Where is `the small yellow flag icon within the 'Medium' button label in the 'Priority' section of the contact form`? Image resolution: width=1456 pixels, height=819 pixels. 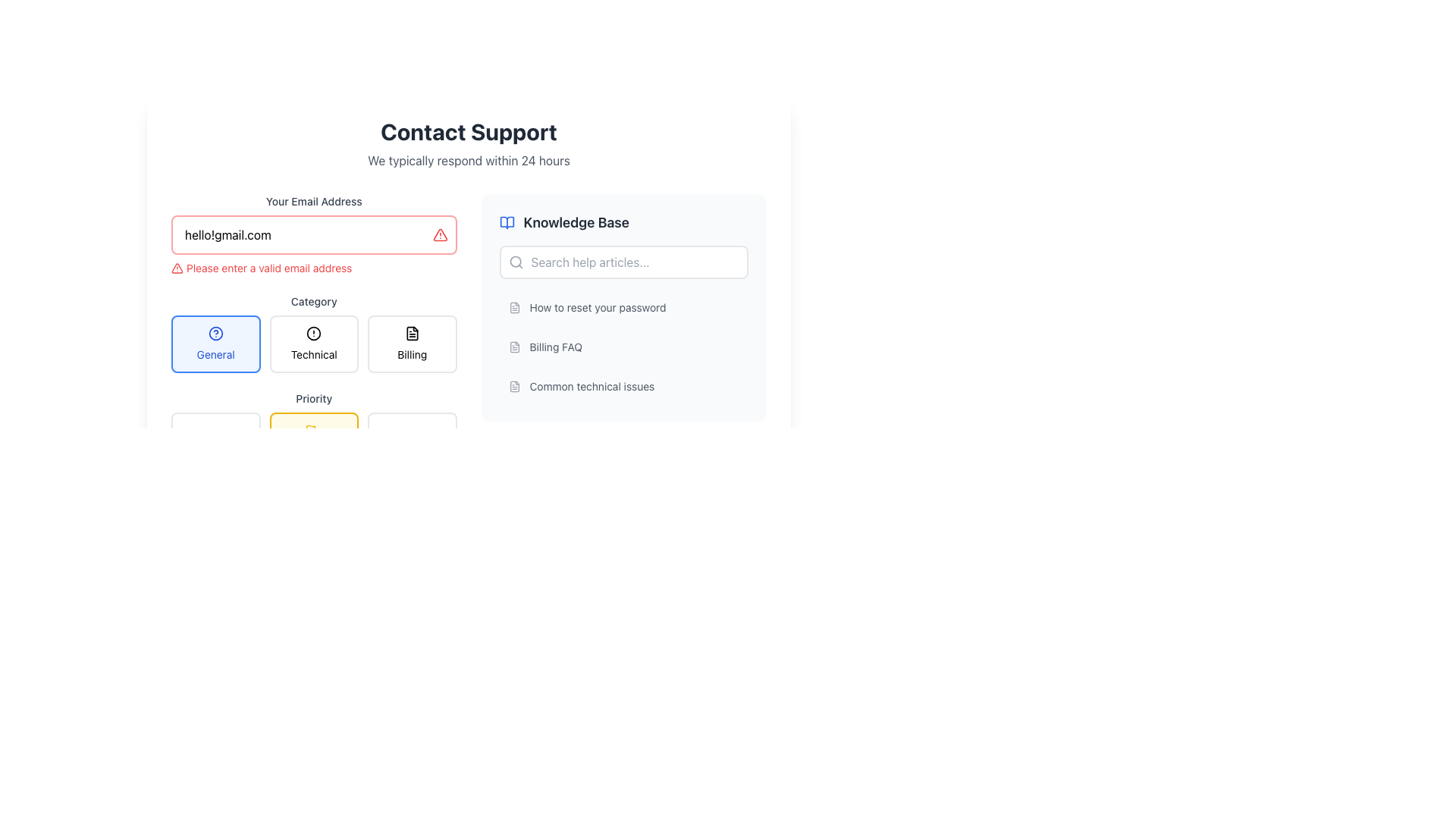 the small yellow flag icon within the 'Medium' button label in the 'Priority' section of the contact form is located at coordinates (310, 430).